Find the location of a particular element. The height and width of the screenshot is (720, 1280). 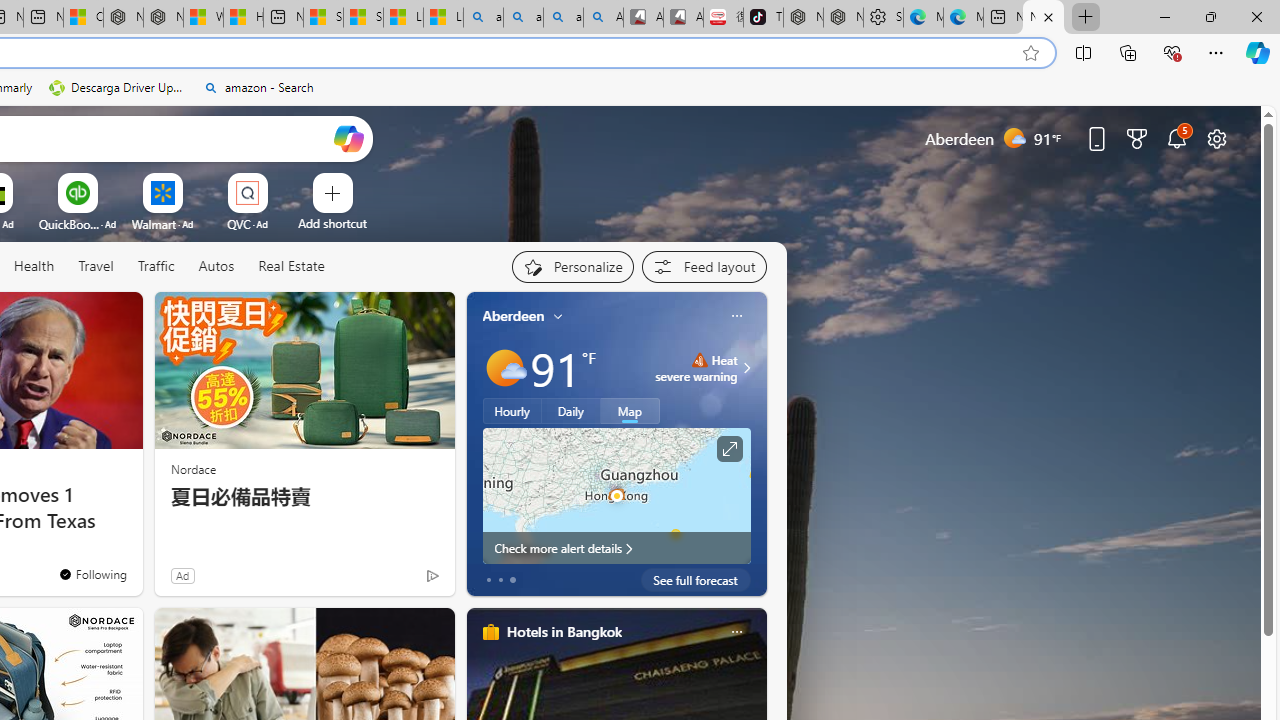

'Travel' is located at coordinates (95, 266).